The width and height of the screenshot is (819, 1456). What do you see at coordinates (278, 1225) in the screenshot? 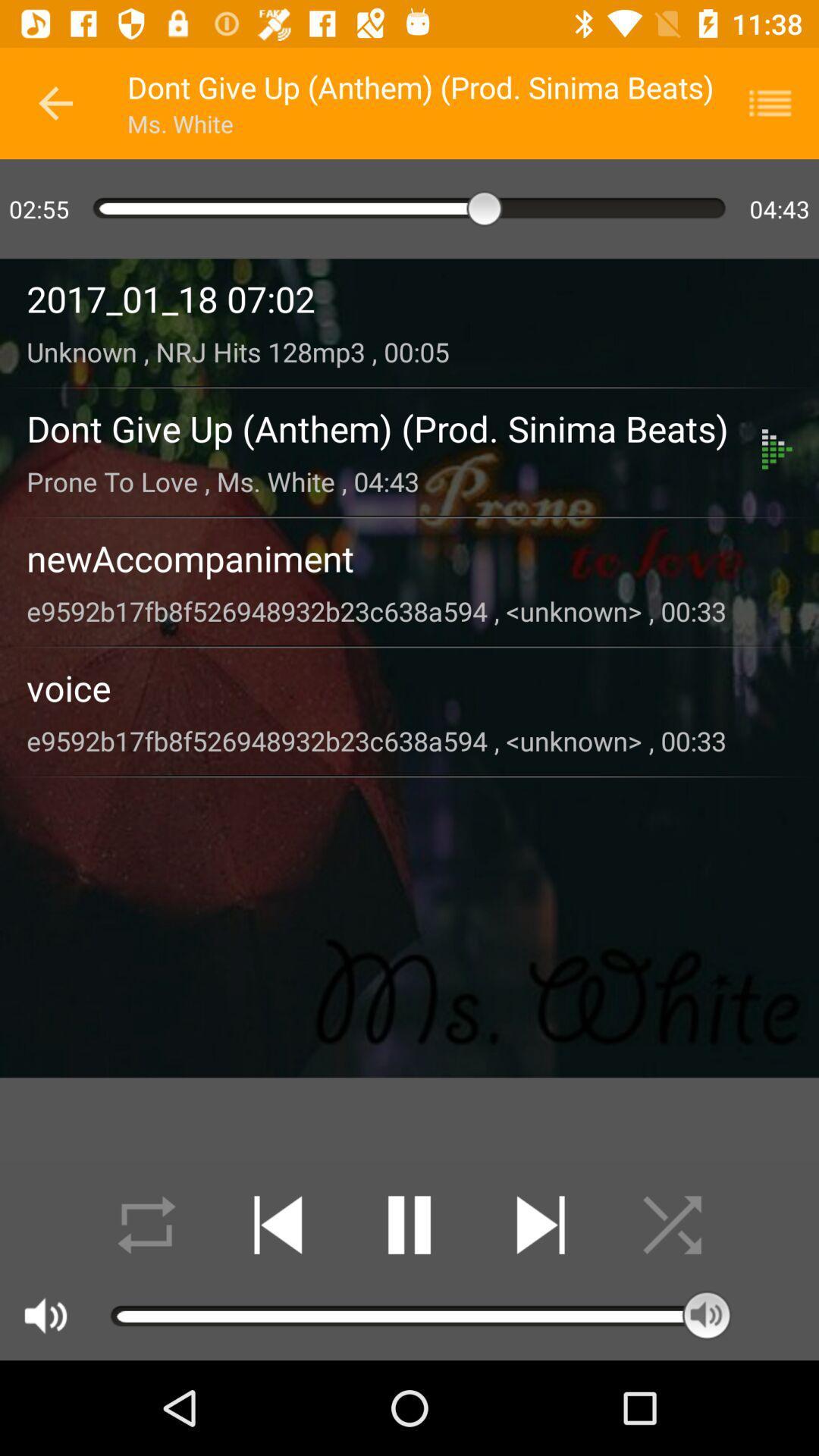
I see `the skip_previous icon` at bounding box center [278, 1225].